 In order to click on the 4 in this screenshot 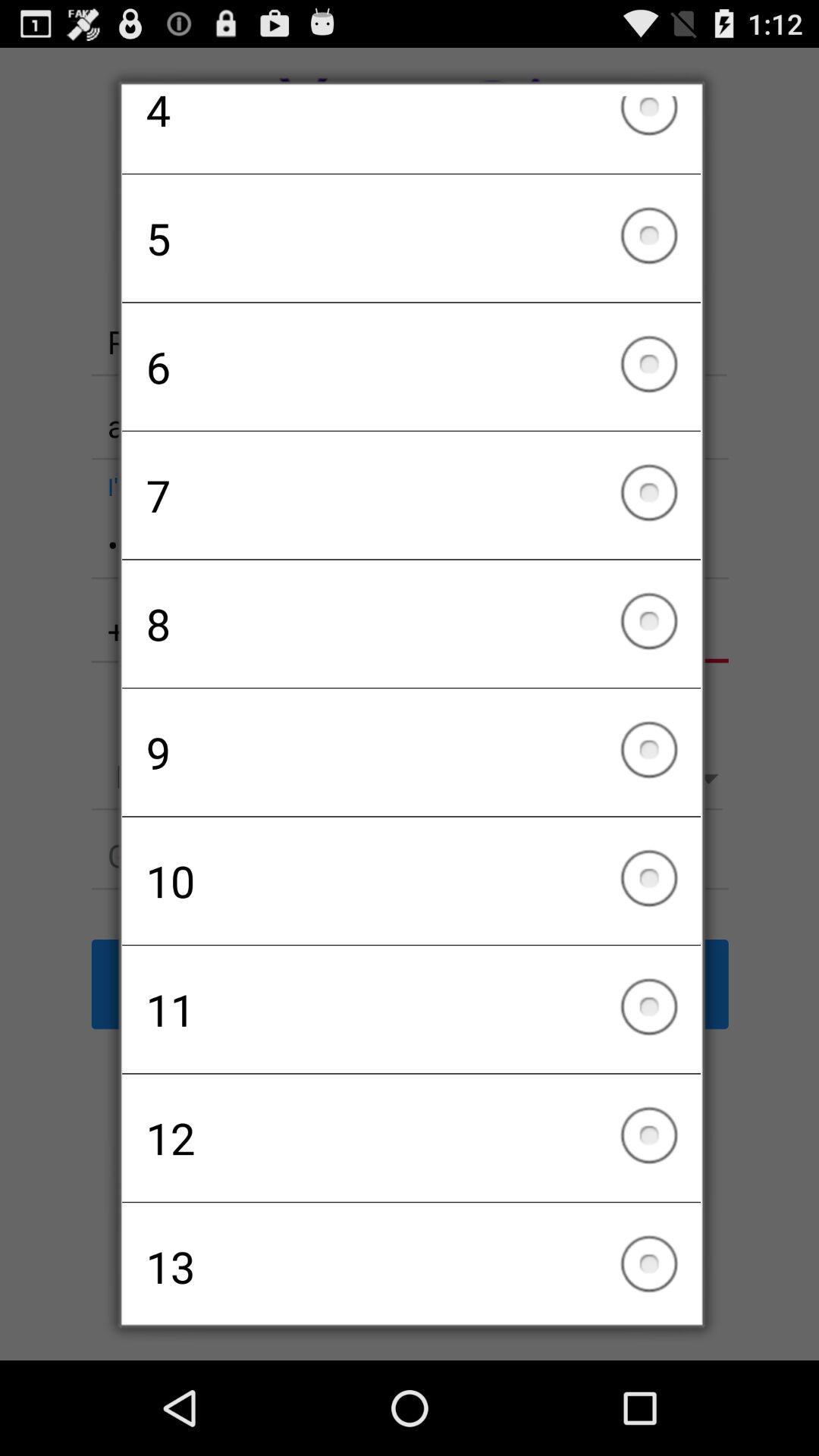, I will do `click(411, 134)`.